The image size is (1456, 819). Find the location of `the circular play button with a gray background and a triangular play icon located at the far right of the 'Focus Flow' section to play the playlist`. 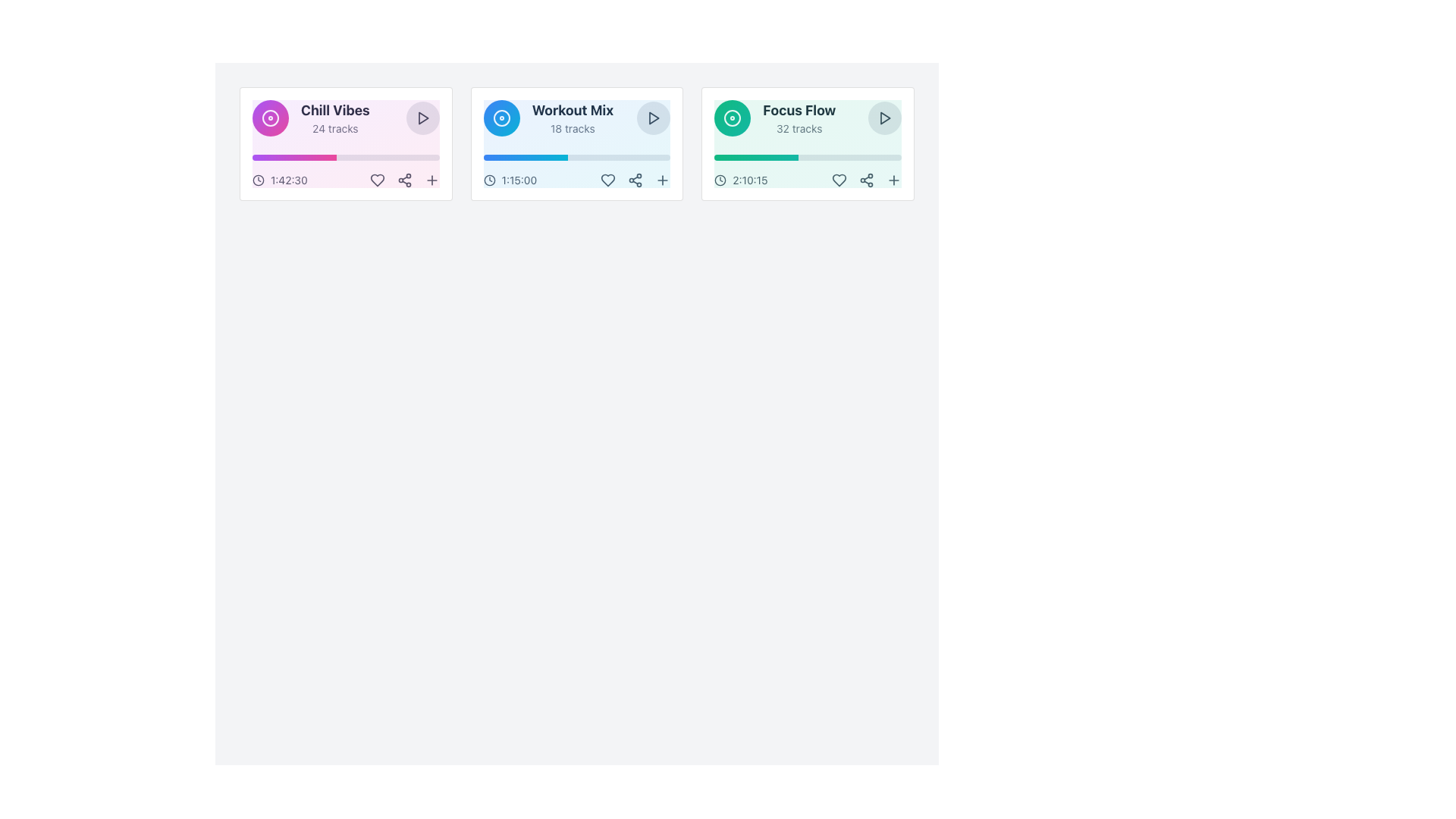

the circular play button with a gray background and a triangular play icon located at the far right of the 'Focus Flow' section to play the playlist is located at coordinates (884, 117).